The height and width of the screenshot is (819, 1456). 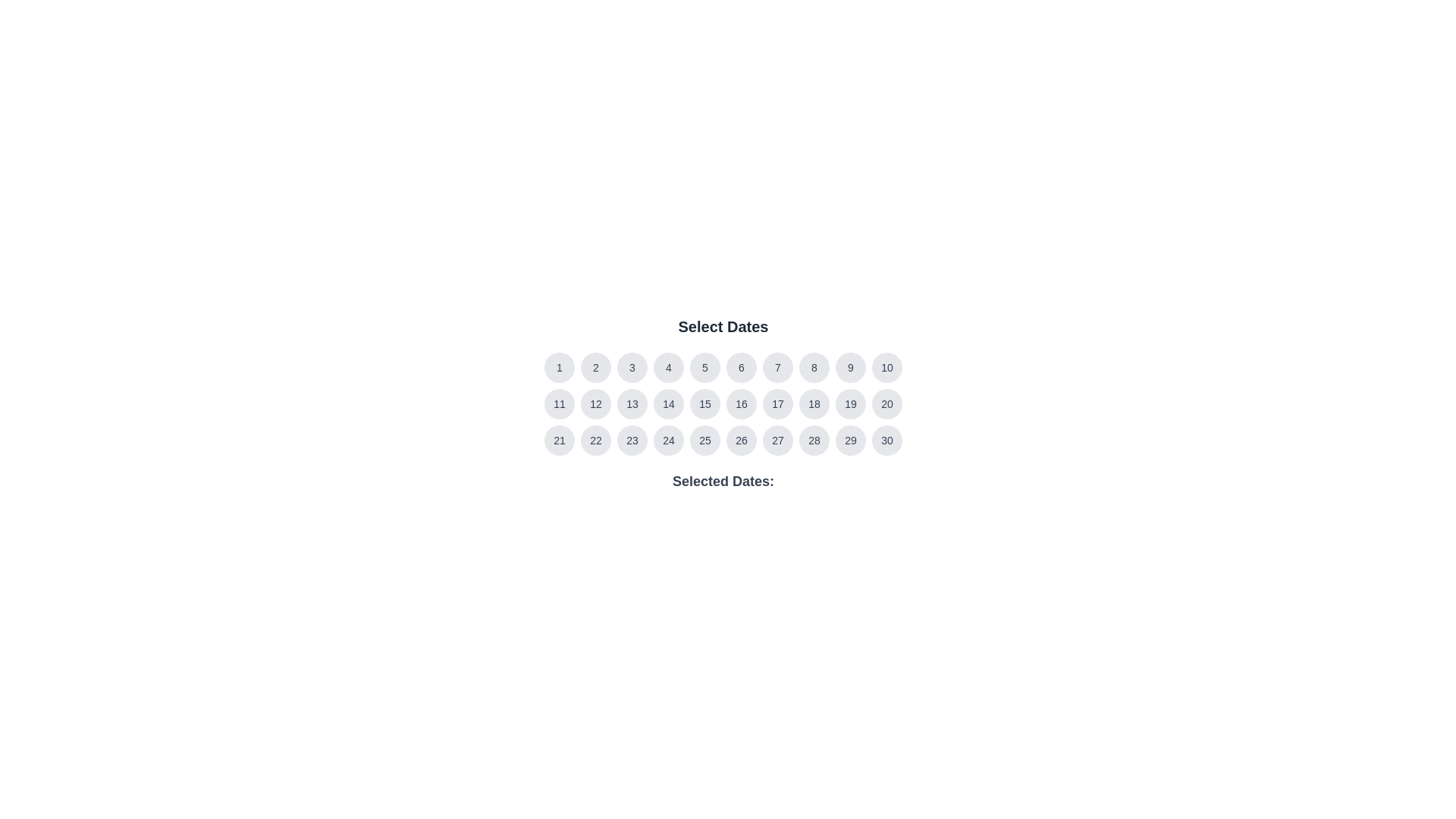 I want to click on the selectable date button located in the top row as the eighth item from the left, so click(x=814, y=368).